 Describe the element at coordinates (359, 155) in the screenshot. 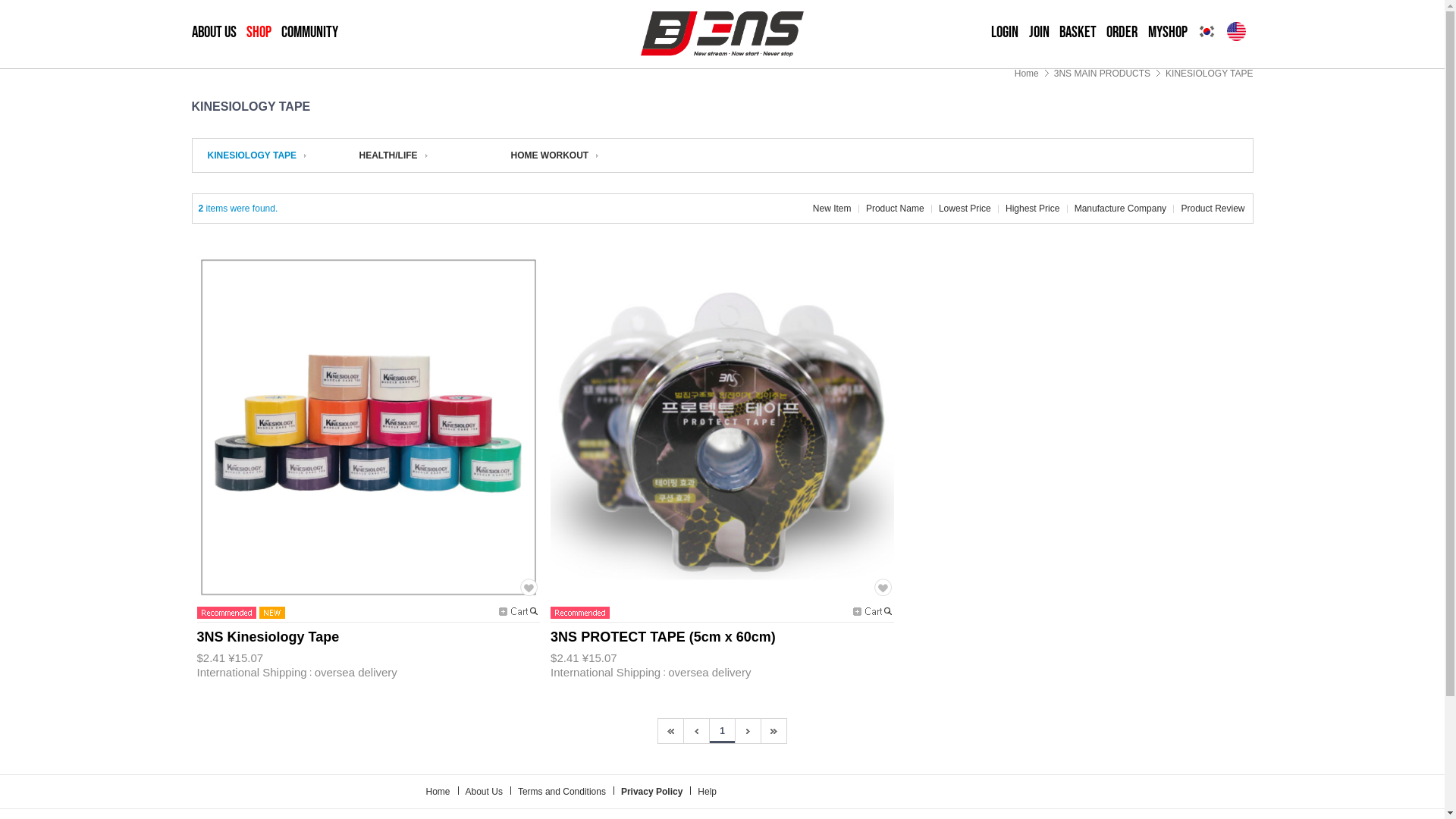

I see `'HEALTH/LIFE'` at that location.